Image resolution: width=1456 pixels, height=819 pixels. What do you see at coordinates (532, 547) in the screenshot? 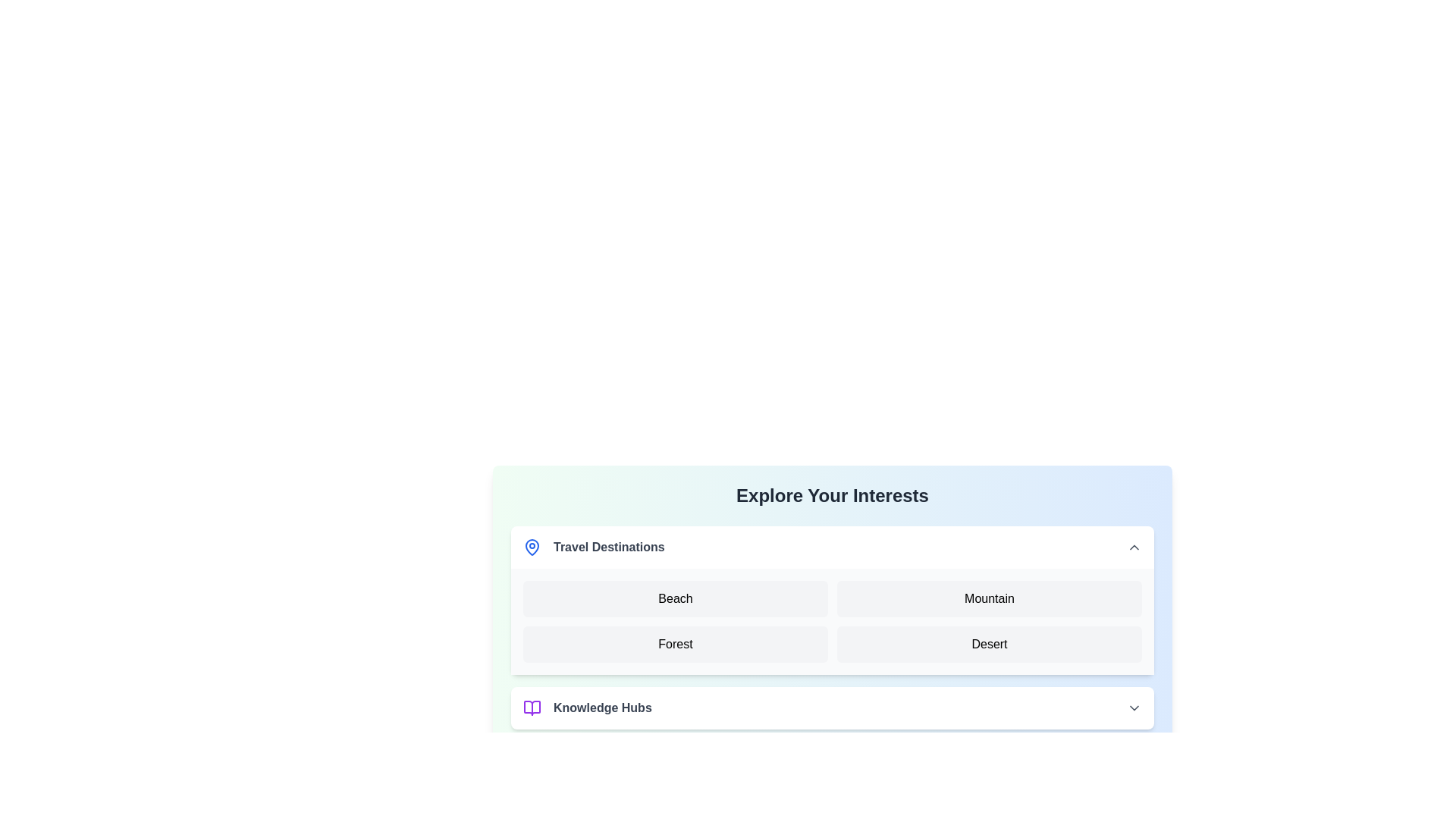
I see `the travel-related icon located to the left of the 'Travel Destinations' text` at bounding box center [532, 547].